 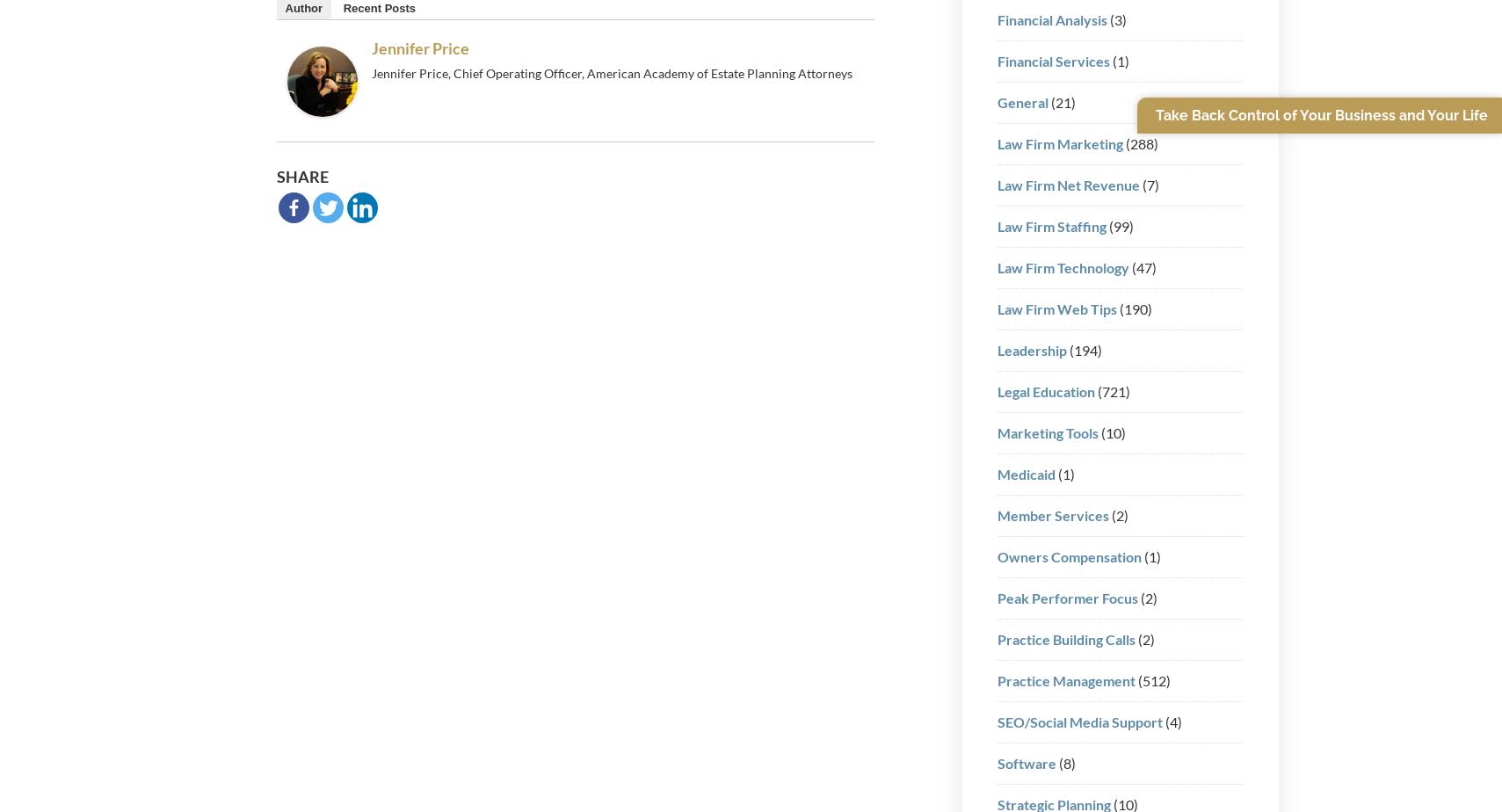 I want to click on 'Law Firm Marketing', so click(x=996, y=142).